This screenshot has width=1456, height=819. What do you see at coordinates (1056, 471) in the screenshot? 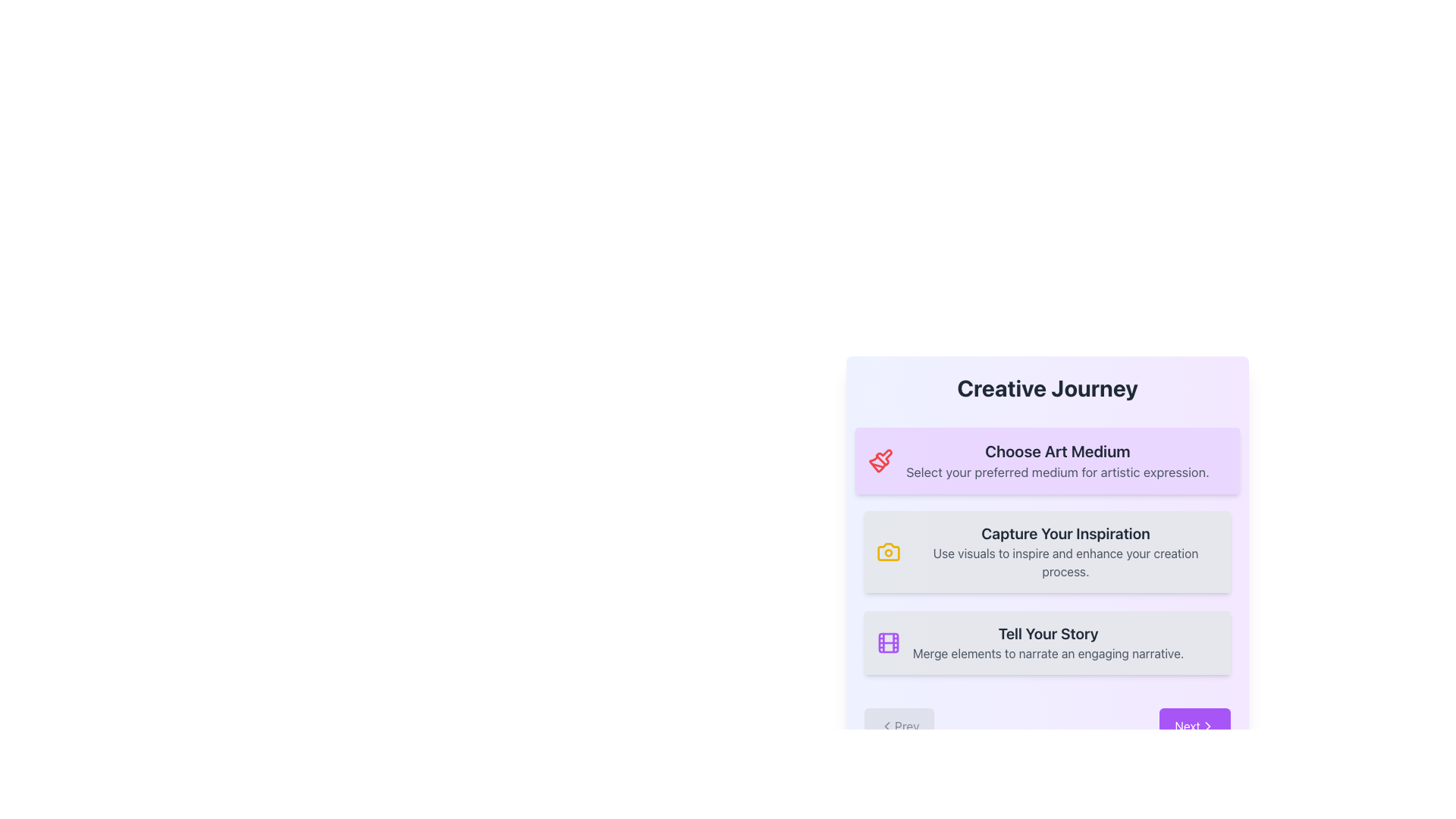
I see `the informative subtitle text label that provides guidance about the 'Choose Art Medium' section, positioned centrally below its heading` at bounding box center [1056, 471].